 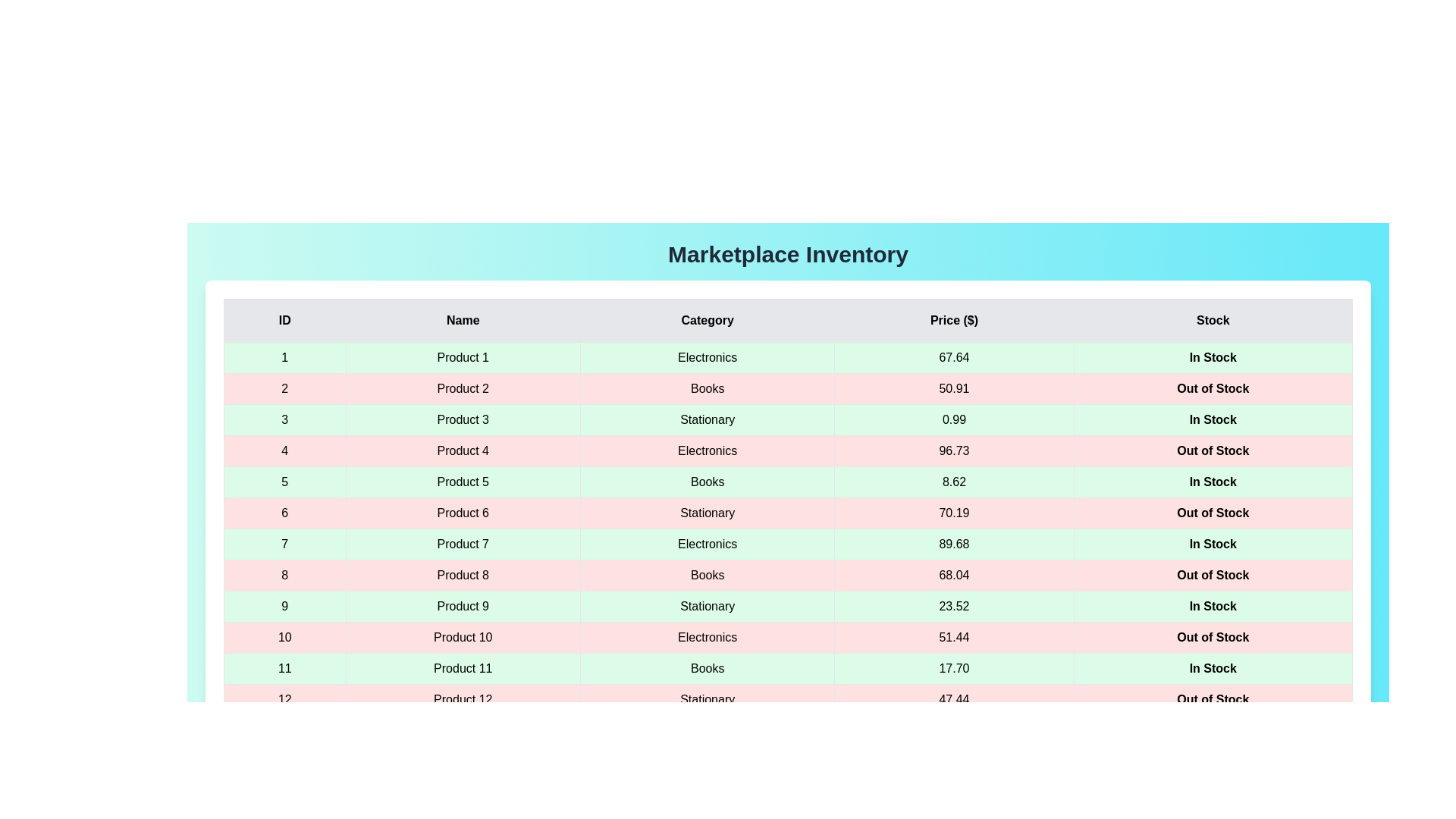 I want to click on the cell containing the text 'Product 2' to select it, so click(x=461, y=388).